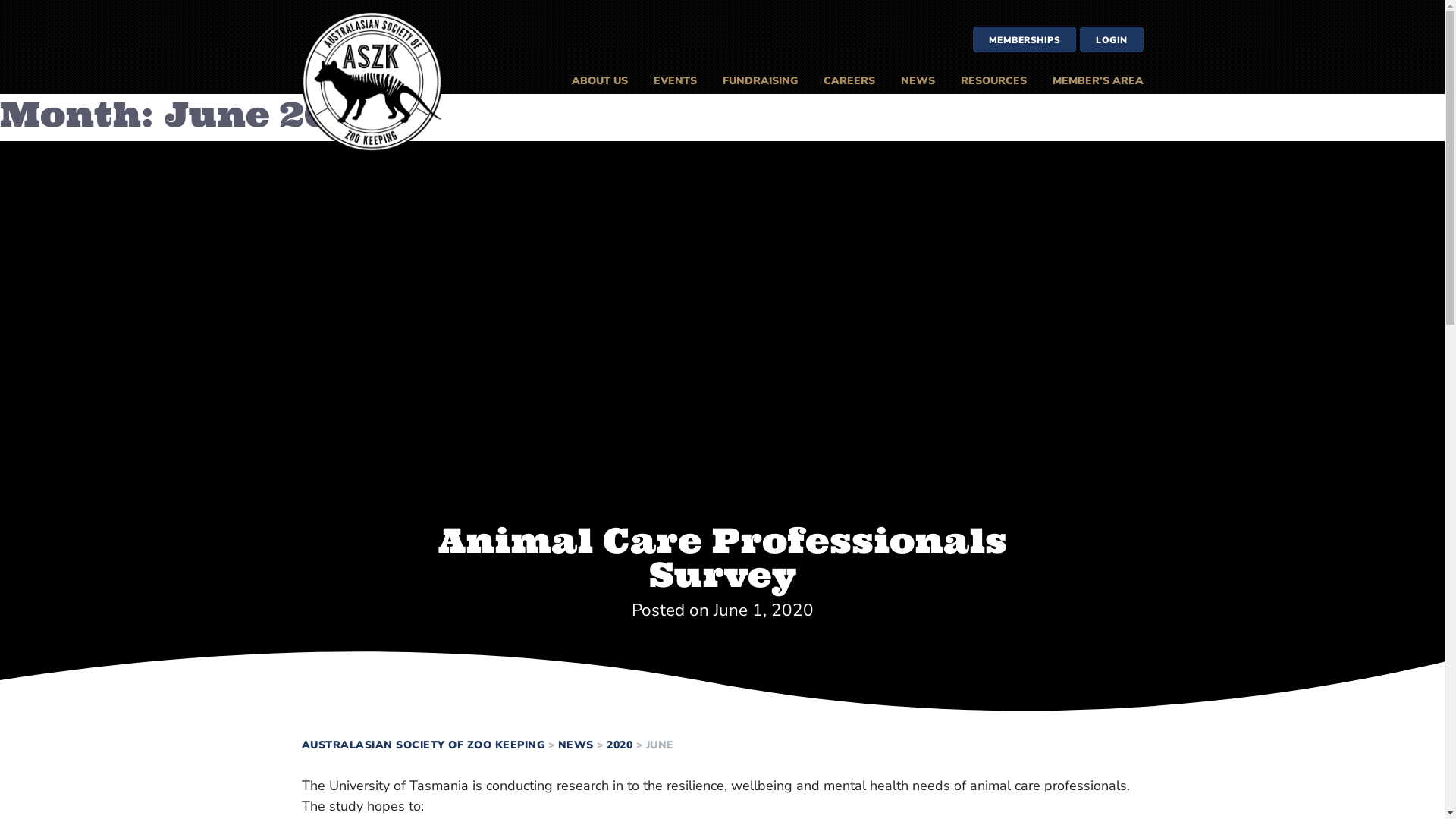 The width and height of the screenshot is (1456, 819). Describe the element at coordinates (1079, 38) in the screenshot. I see `'LOGIN'` at that location.